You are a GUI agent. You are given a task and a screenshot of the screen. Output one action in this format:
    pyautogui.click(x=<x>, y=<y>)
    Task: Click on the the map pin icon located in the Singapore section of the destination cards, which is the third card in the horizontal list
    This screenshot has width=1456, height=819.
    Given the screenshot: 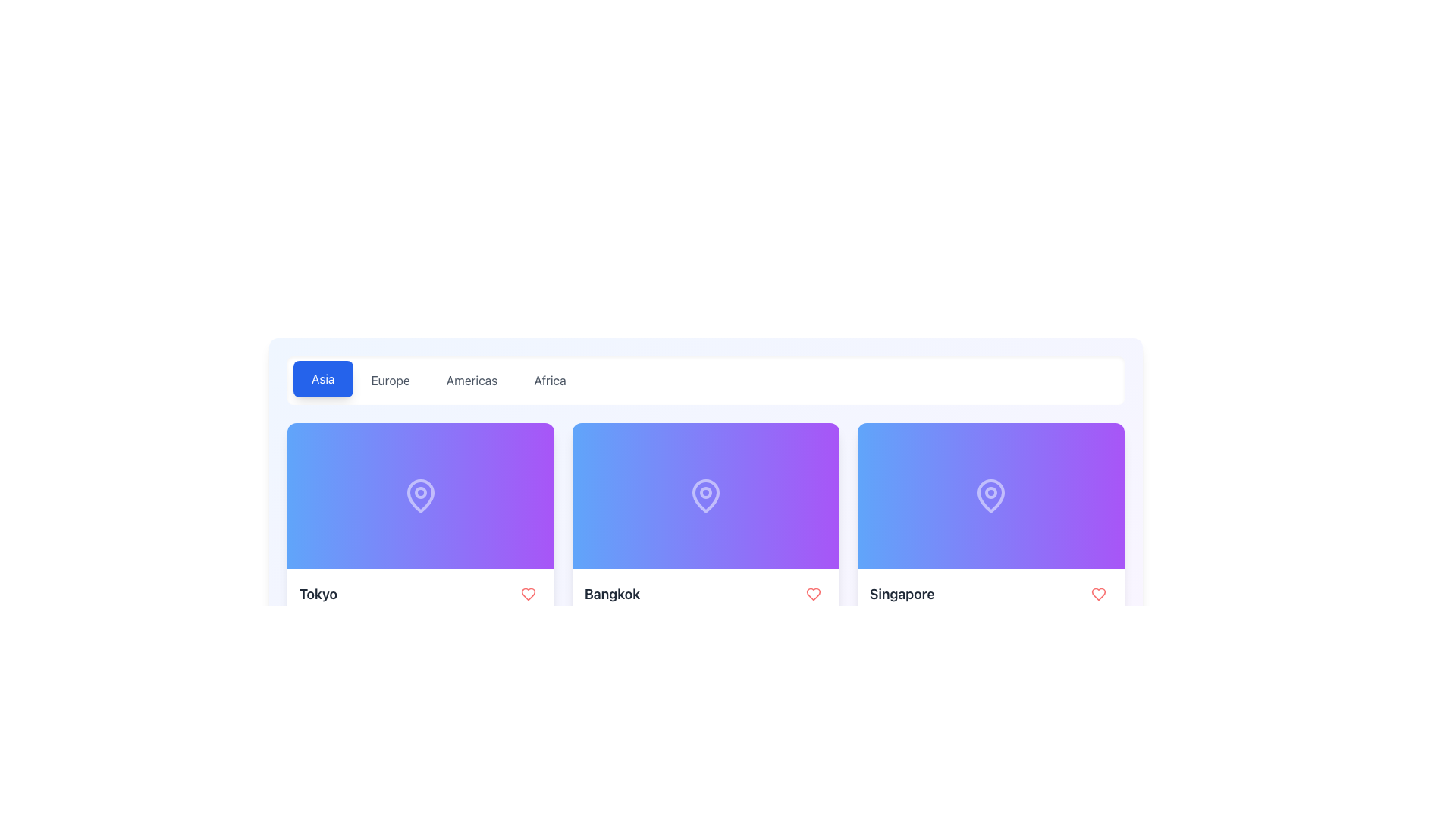 What is the action you would take?
    pyautogui.click(x=990, y=496)
    